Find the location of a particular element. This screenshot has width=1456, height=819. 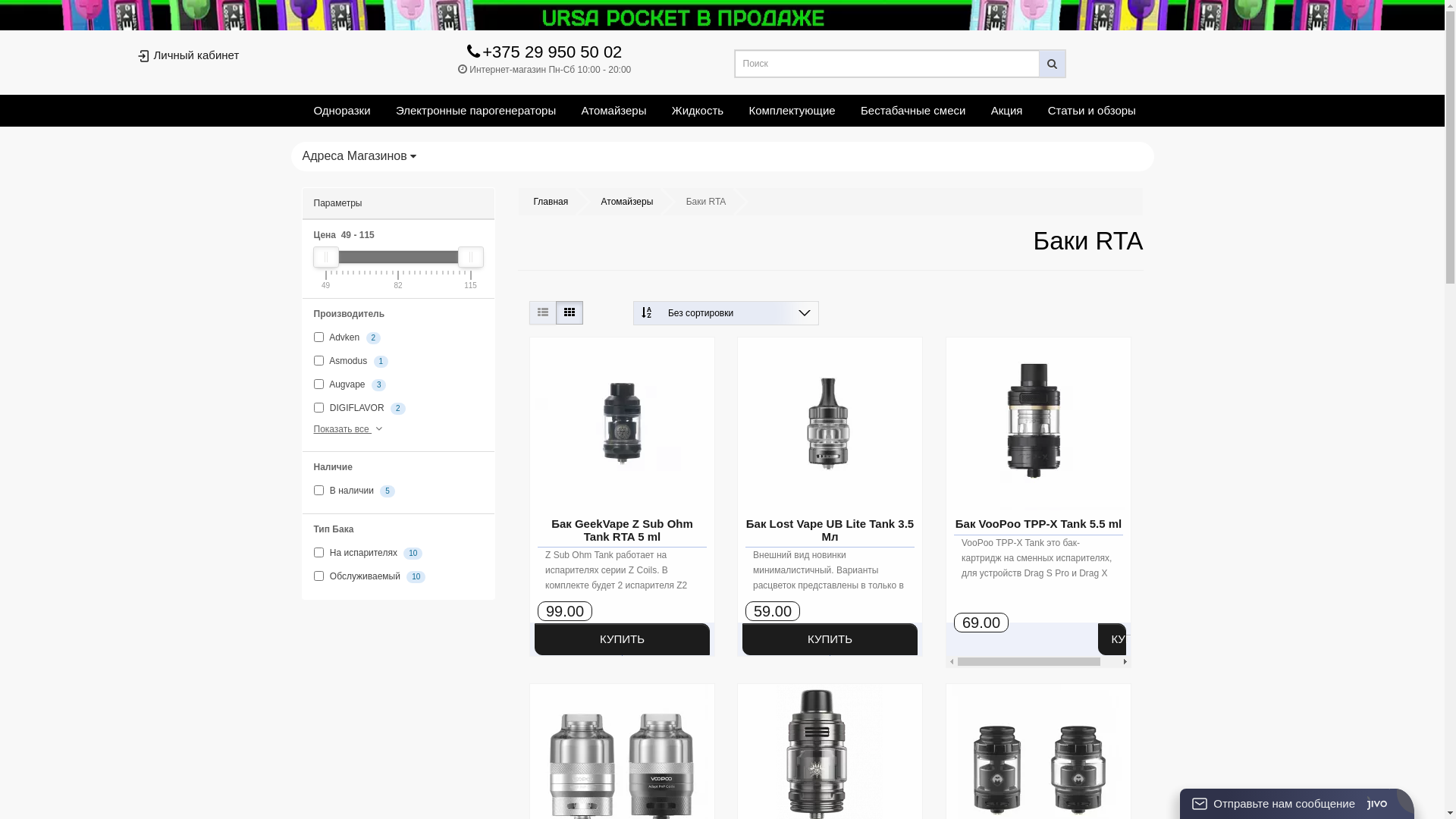

'+375 29 950 50 02' is located at coordinates (466, 54).